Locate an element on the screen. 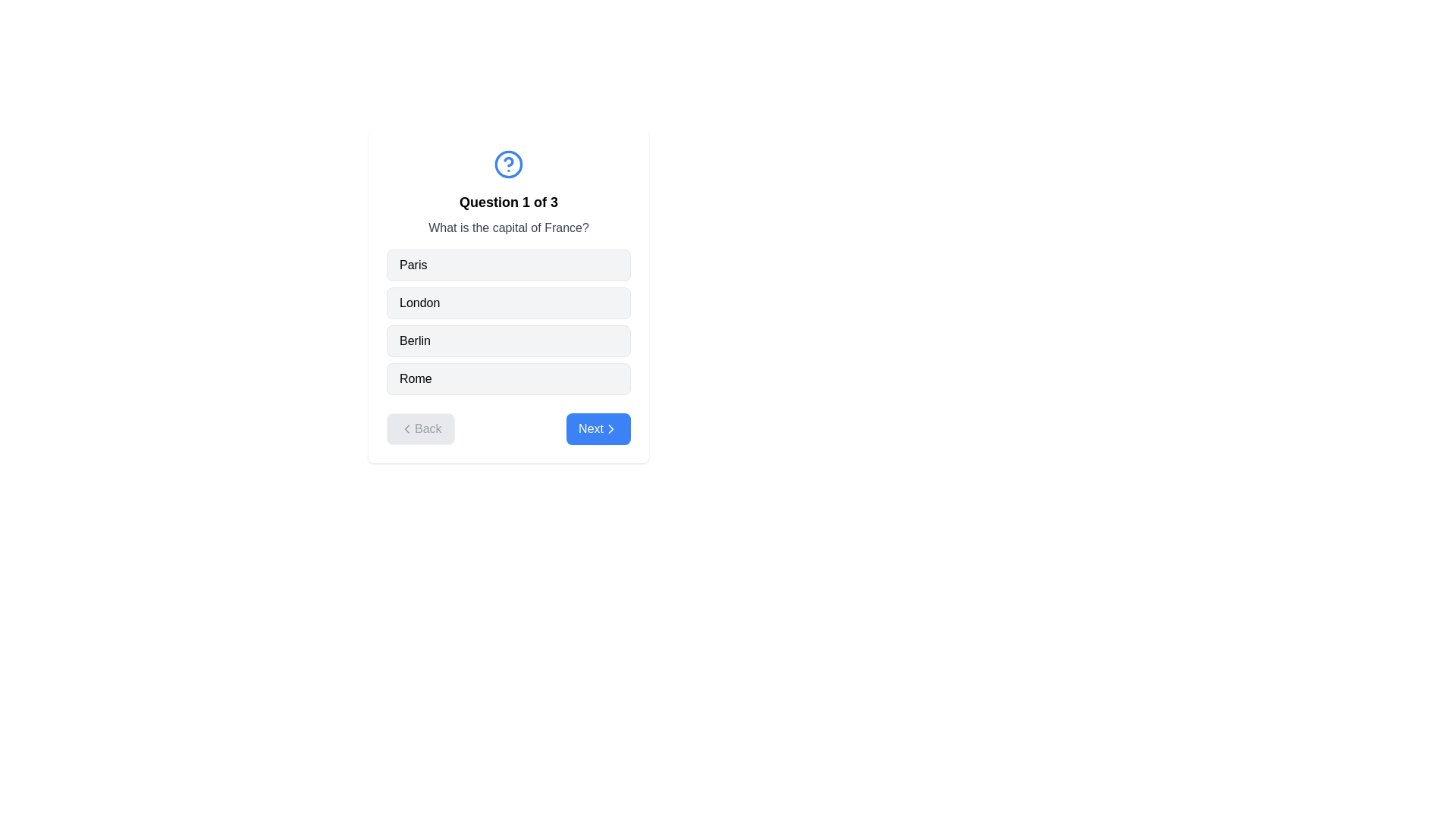  the fourth option text label in the interactive list of a multiple-choice question is located at coordinates (416, 378).